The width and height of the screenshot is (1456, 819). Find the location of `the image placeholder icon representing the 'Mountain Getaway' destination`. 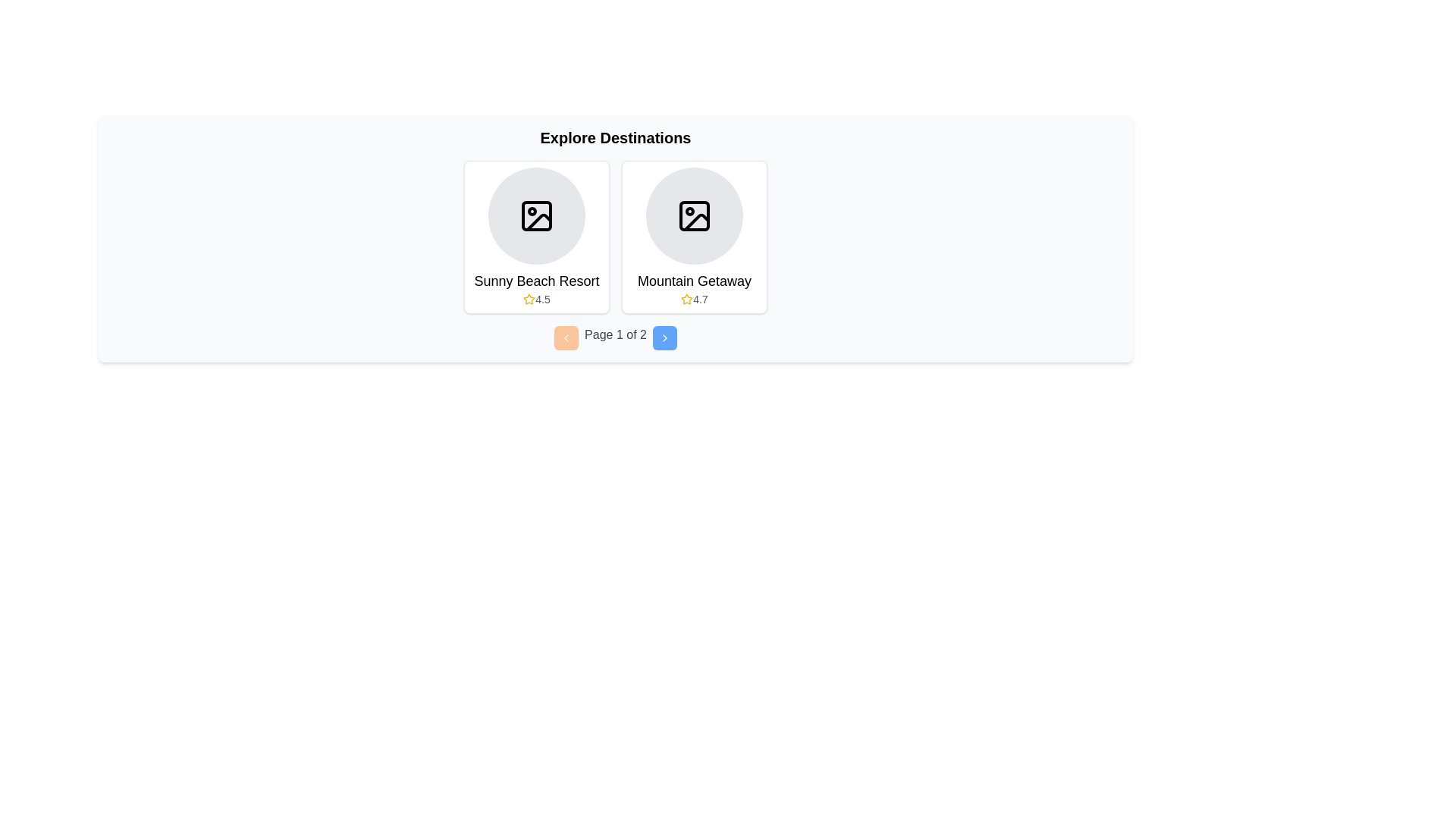

the image placeholder icon representing the 'Mountain Getaway' destination is located at coordinates (694, 216).